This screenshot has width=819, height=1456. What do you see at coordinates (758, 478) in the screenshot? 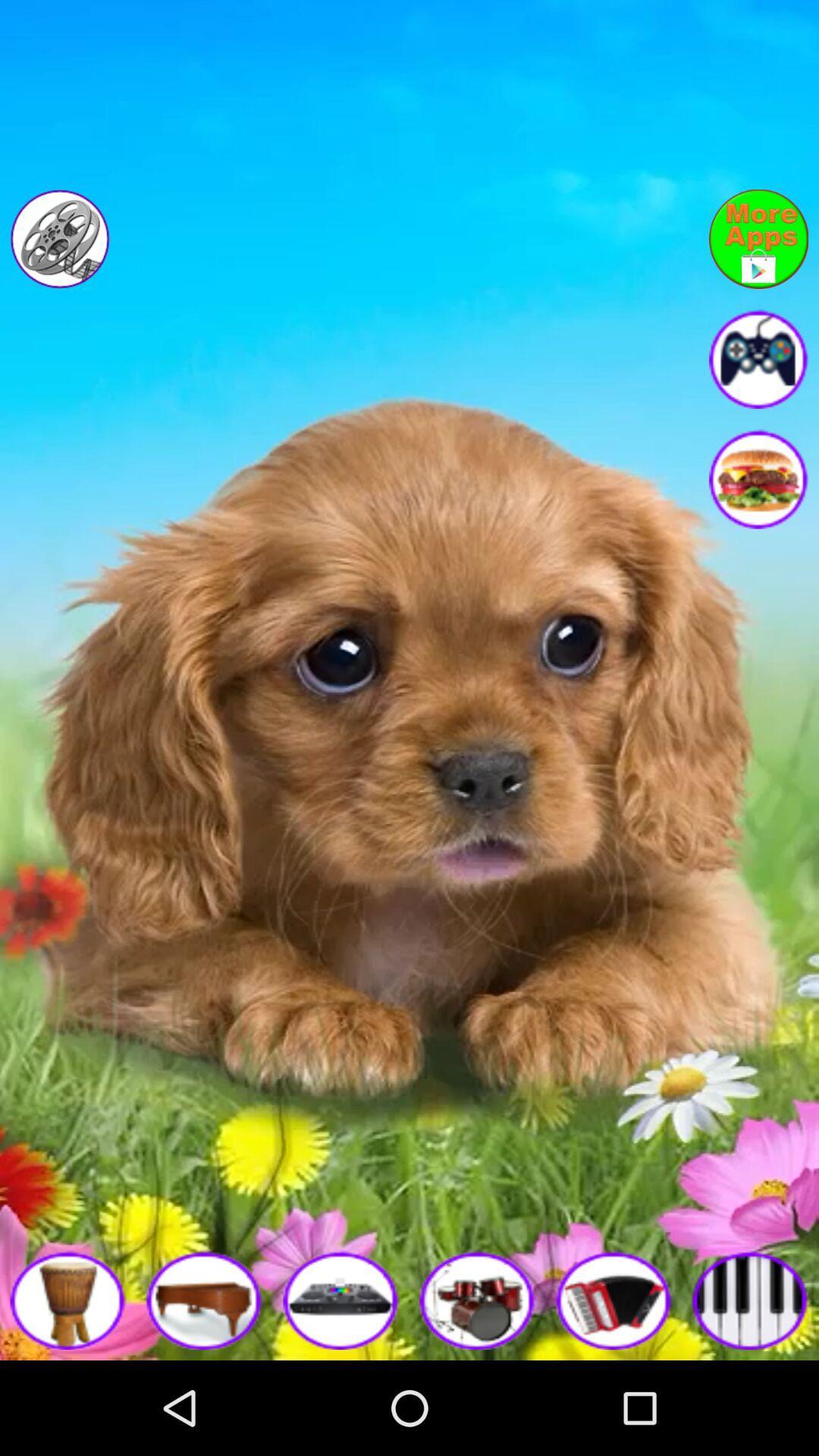
I see `feed the dog` at bounding box center [758, 478].